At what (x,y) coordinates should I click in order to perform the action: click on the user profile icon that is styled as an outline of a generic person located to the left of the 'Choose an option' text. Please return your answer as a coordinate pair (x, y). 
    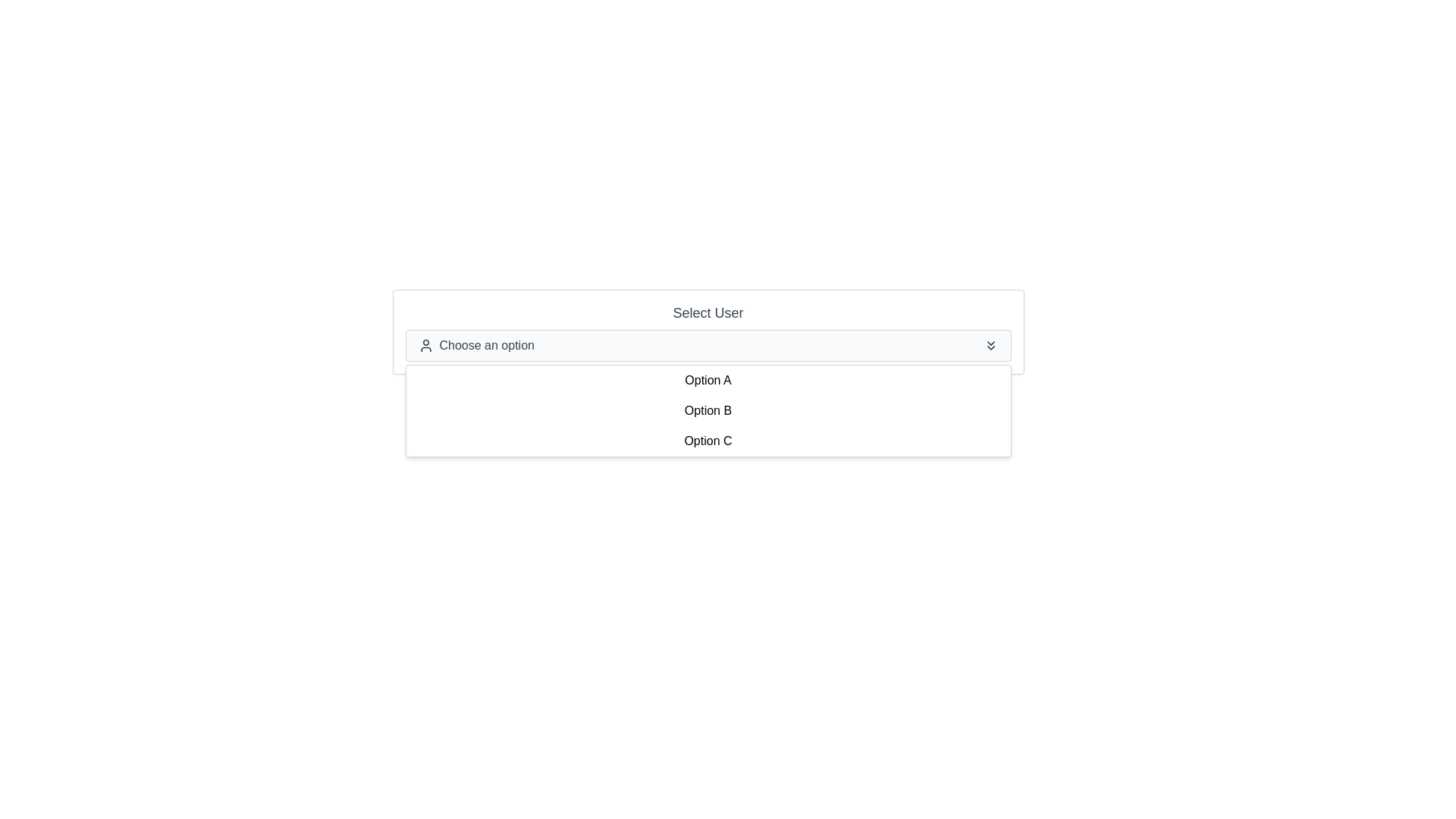
    Looking at the image, I should click on (425, 345).